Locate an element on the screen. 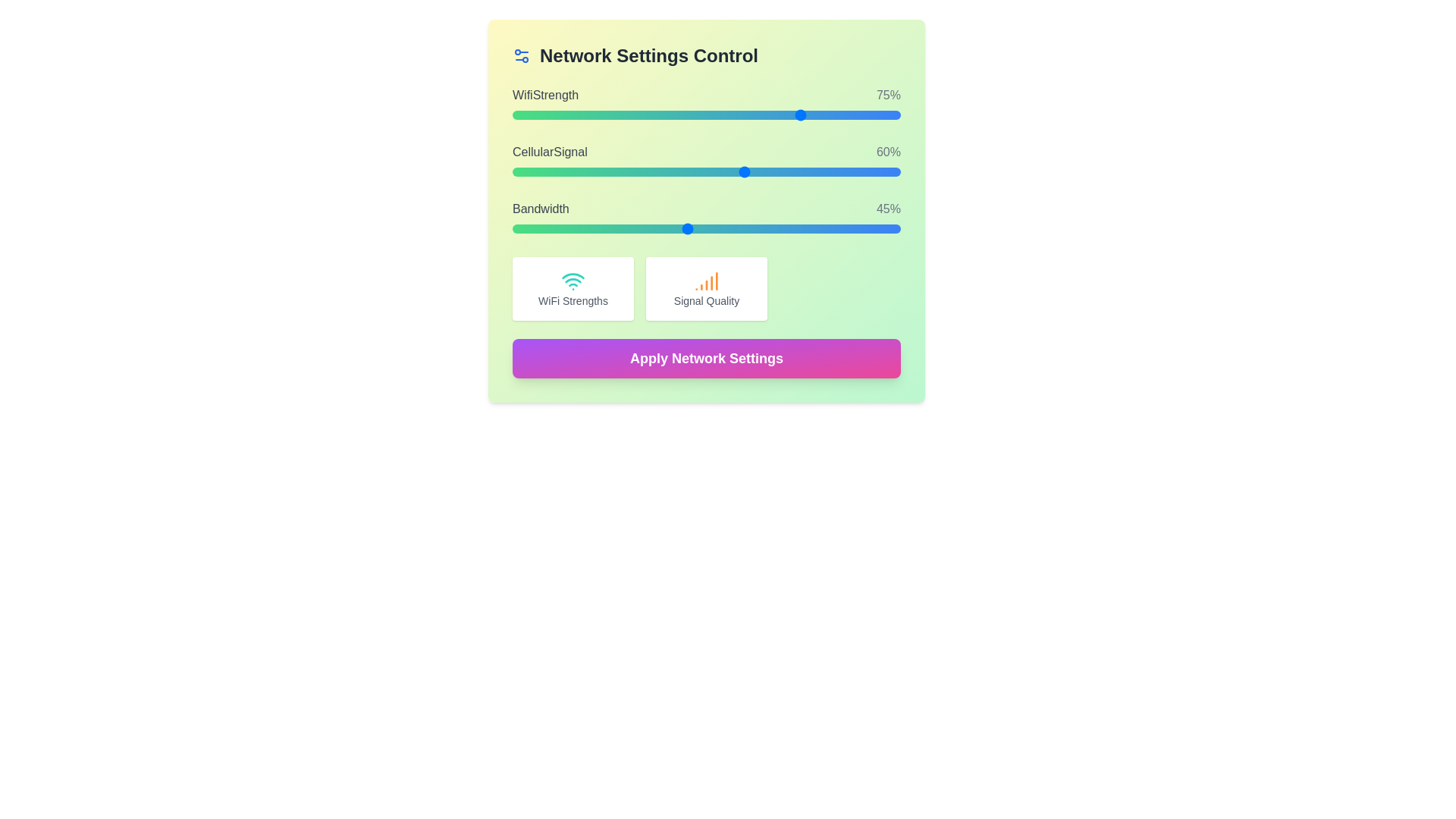 Image resolution: width=1456 pixels, height=819 pixels. the slider control used to adjust the bandwidth value, which is the third element in a stacked list below 'WifiStrength: 75%' and 'CellularSignal: 60%' is located at coordinates (705, 219).